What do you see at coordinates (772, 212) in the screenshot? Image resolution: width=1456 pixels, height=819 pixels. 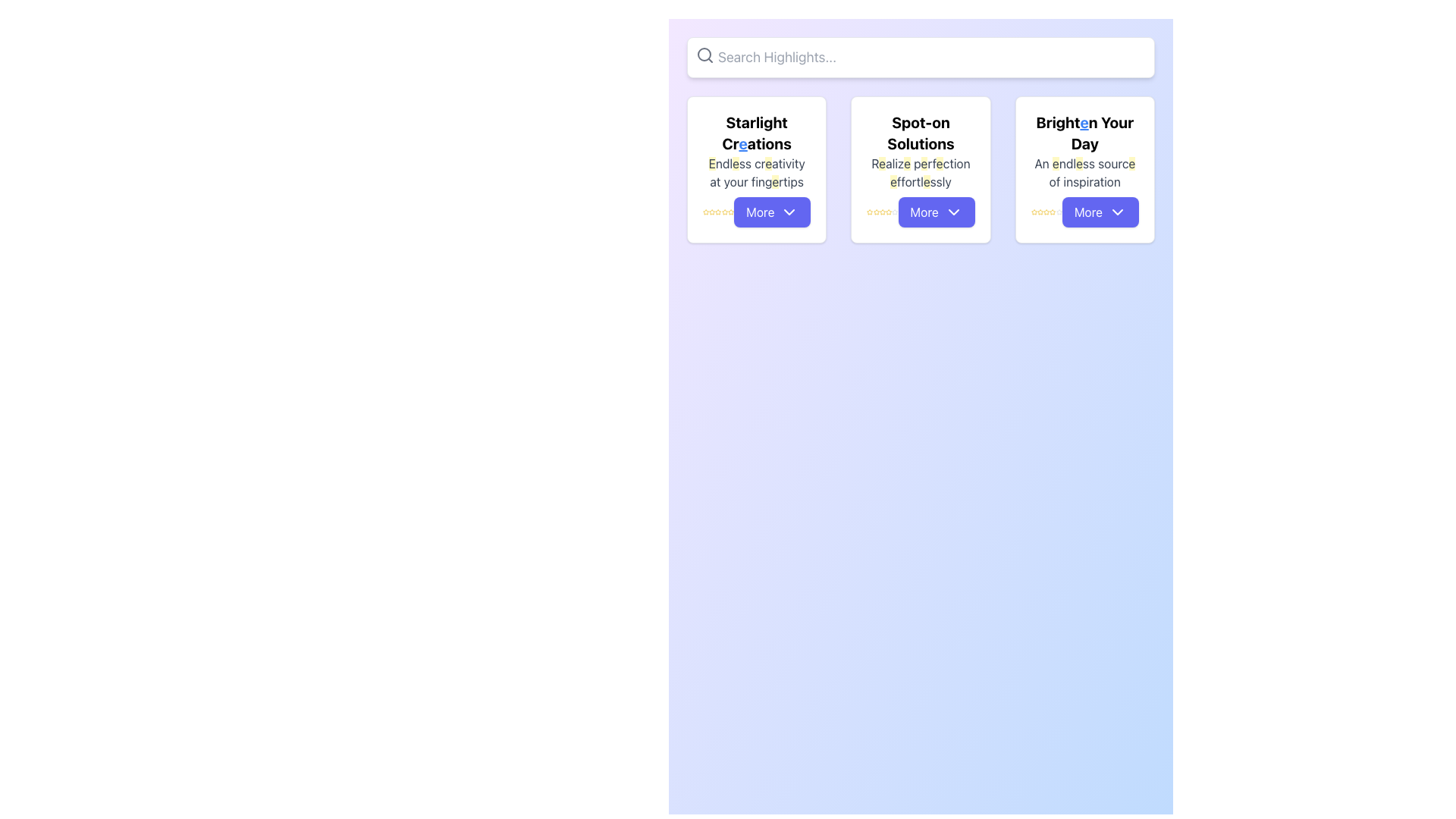 I see `the 'More' button with a purple background and white text at the bottom of the 'Starlight Creations' card to potentially see a tooltip or visual effect` at bounding box center [772, 212].